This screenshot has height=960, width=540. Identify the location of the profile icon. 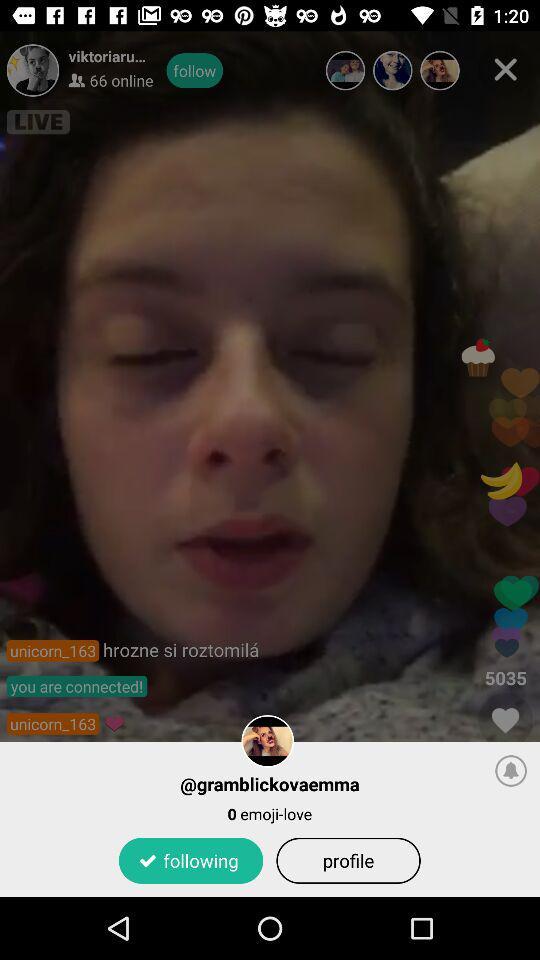
(347, 859).